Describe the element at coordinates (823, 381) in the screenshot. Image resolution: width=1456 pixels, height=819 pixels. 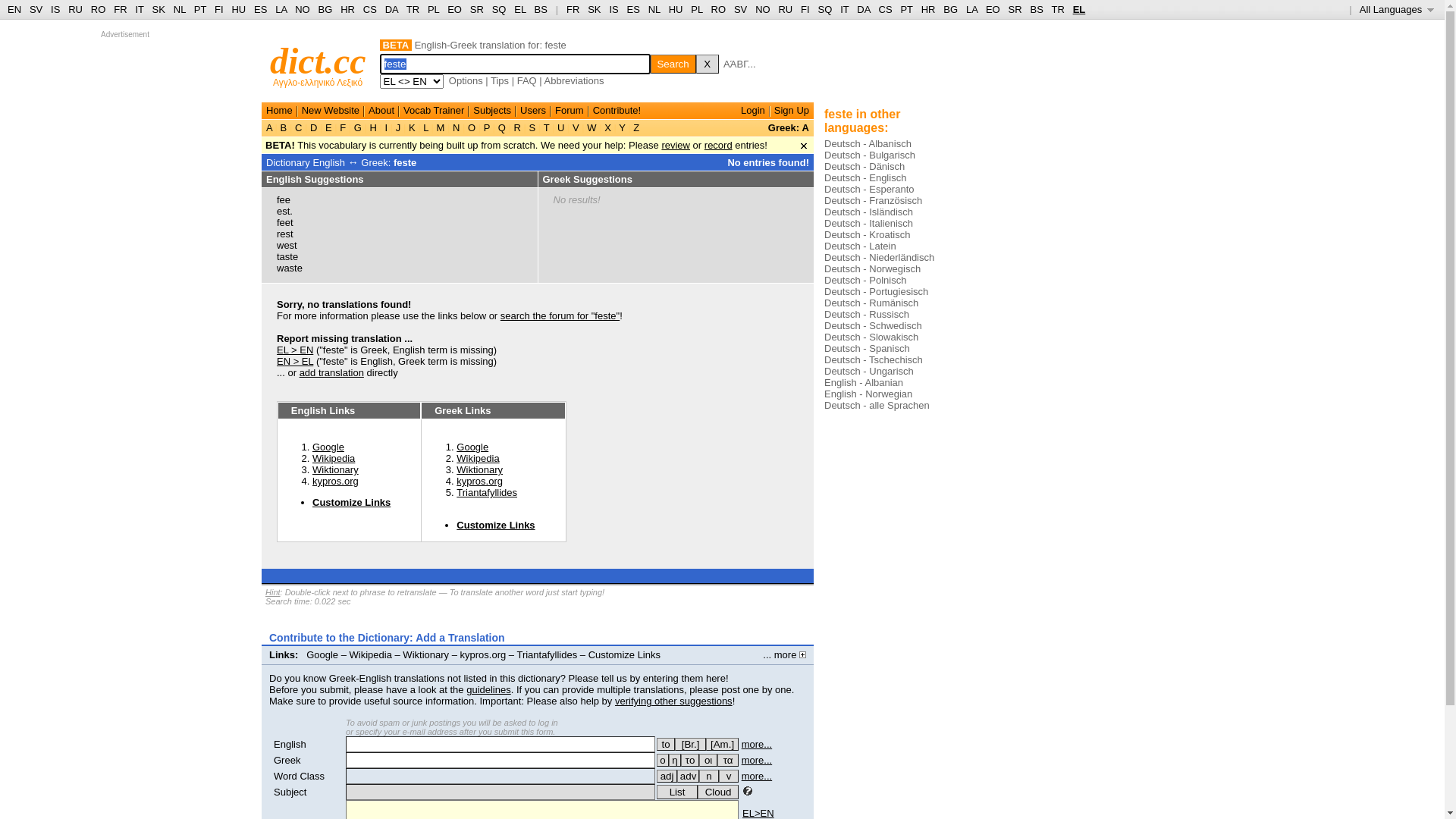
I see `'English - Albanian'` at that location.